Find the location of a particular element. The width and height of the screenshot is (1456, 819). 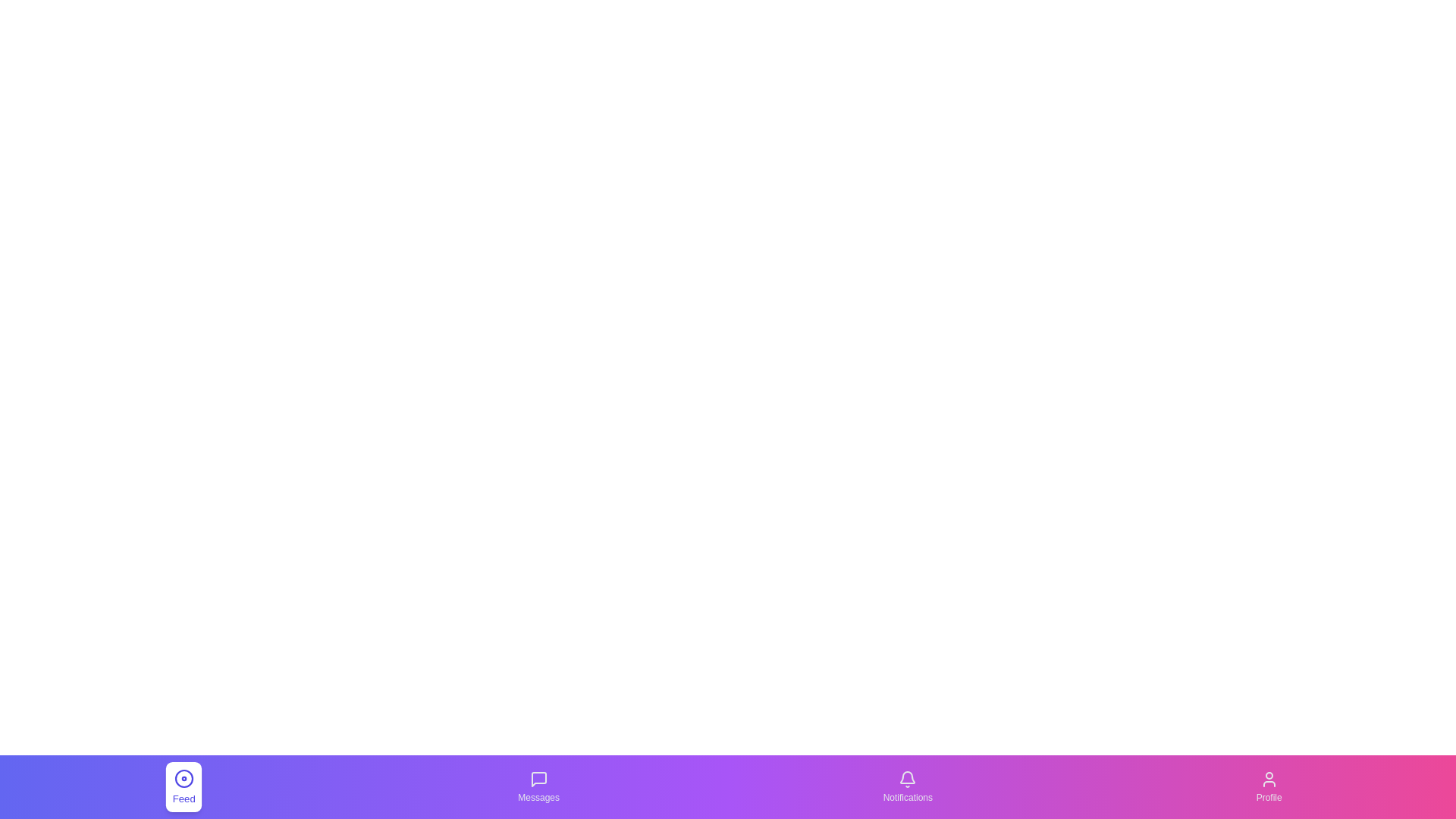

the Profile tab to observe its visual feedback is located at coordinates (1269, 786).